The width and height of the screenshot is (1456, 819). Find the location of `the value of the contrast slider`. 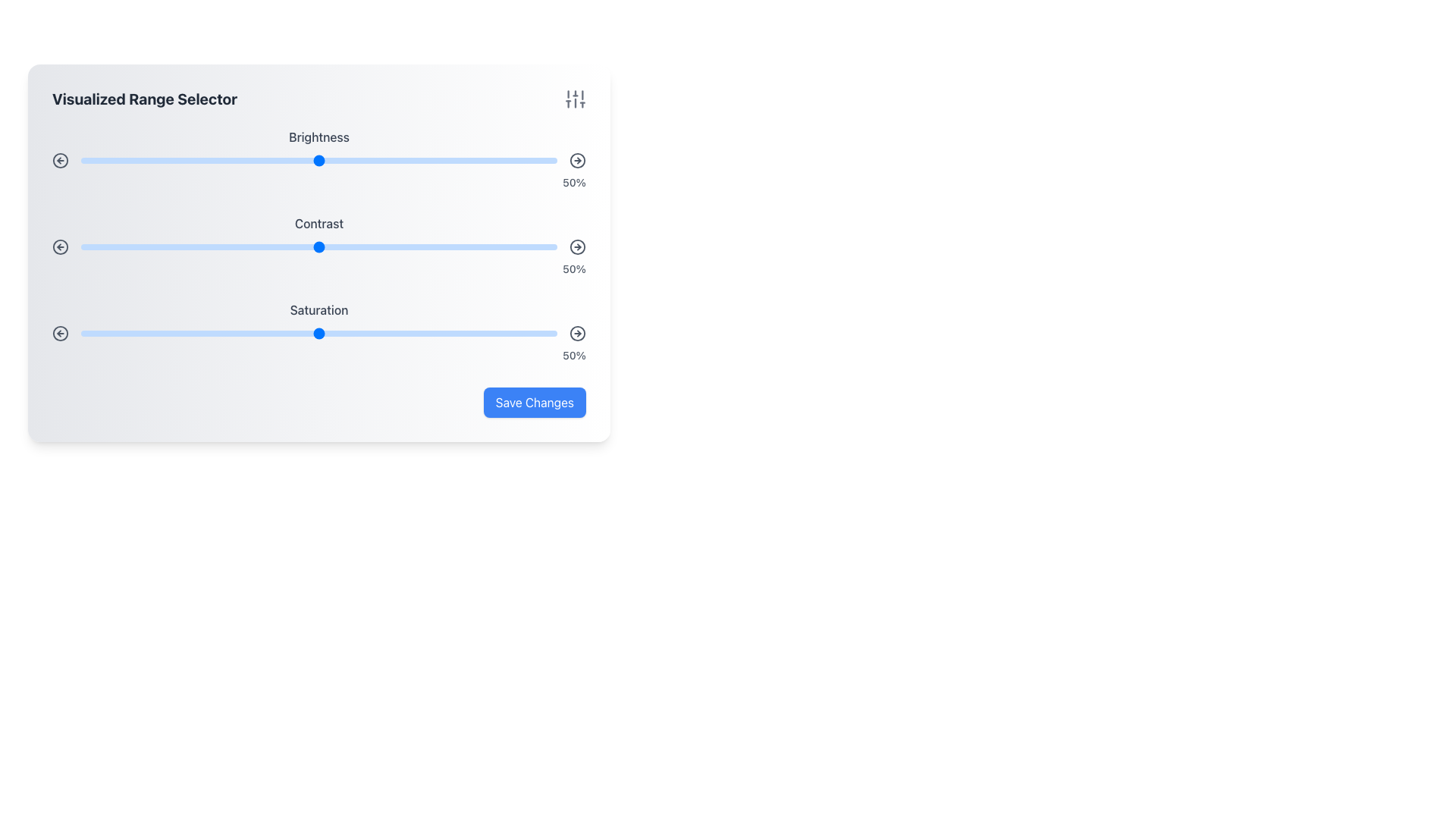

the value of the contrast slider is located at coordinates (480, 246).